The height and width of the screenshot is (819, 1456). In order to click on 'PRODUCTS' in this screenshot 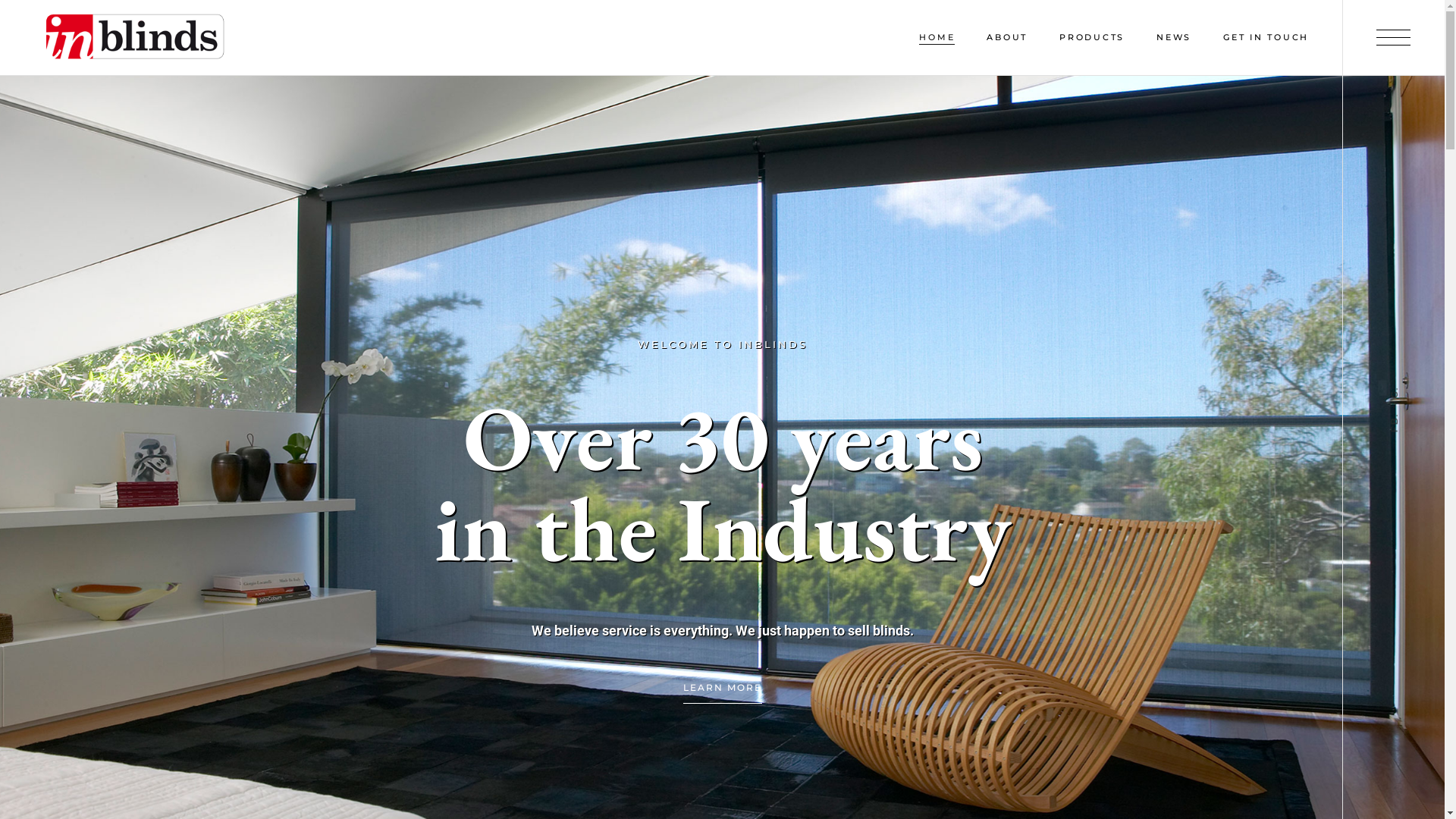, I will do `click(1058, 36)`.